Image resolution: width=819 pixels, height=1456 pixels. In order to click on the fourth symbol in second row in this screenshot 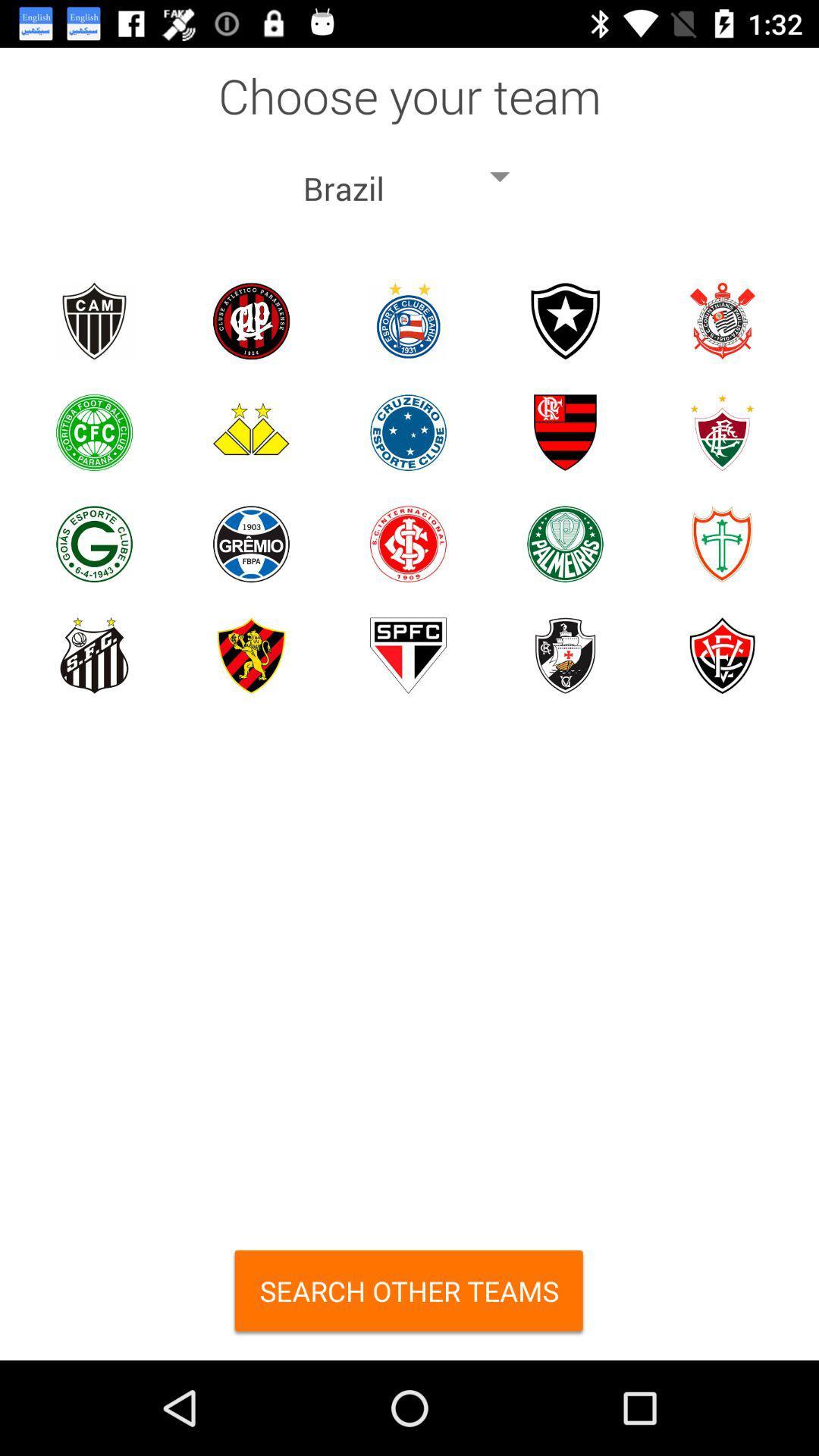, I will do `click(565, 431)`.